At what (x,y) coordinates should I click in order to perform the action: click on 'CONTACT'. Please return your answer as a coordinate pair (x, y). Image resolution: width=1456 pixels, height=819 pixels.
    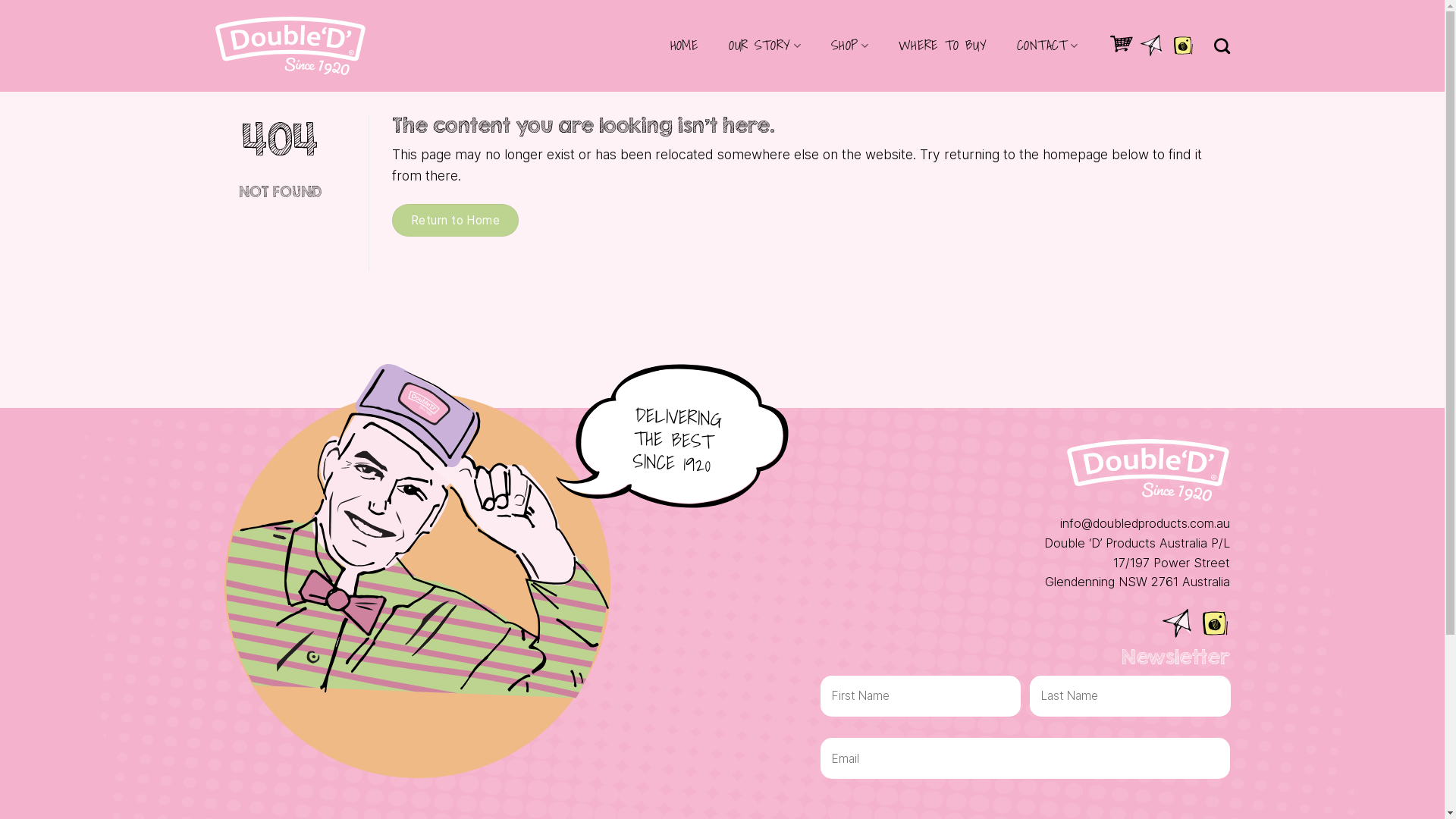
    Looking at the image, I should click on (1046, 45).